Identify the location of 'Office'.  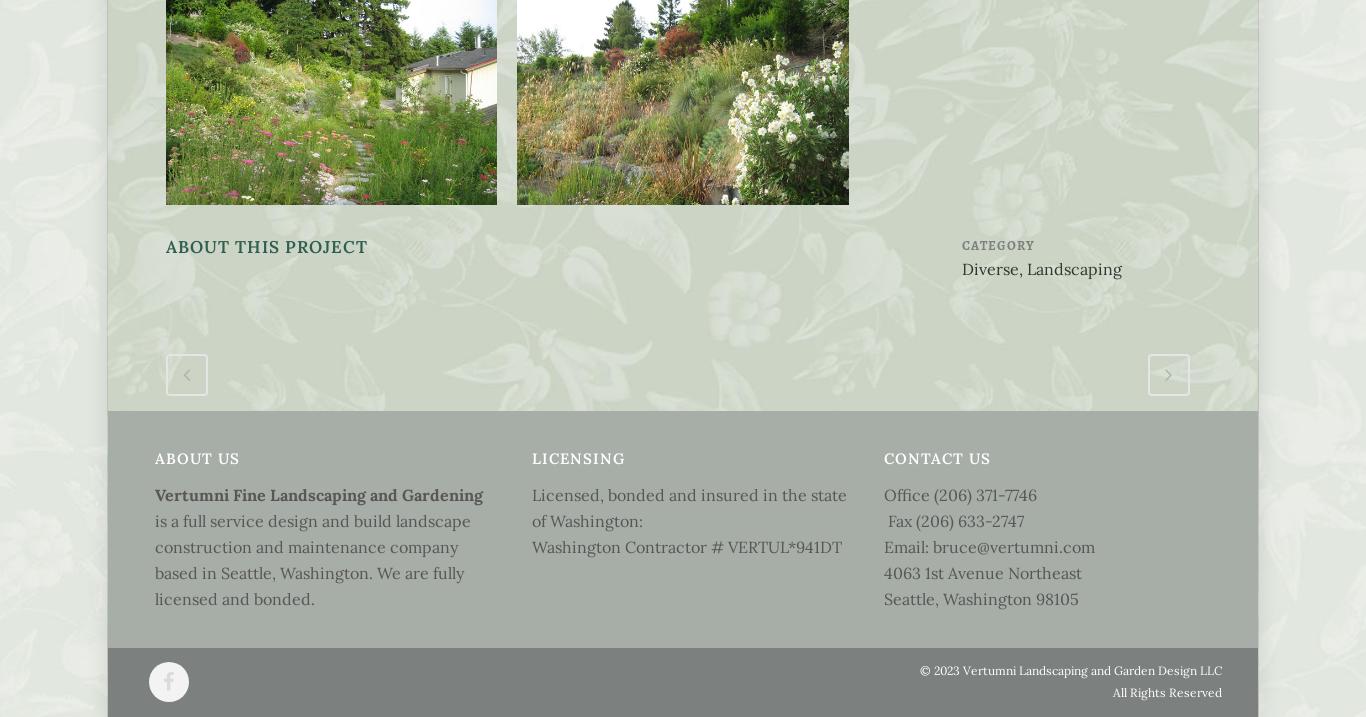
(907, 493).